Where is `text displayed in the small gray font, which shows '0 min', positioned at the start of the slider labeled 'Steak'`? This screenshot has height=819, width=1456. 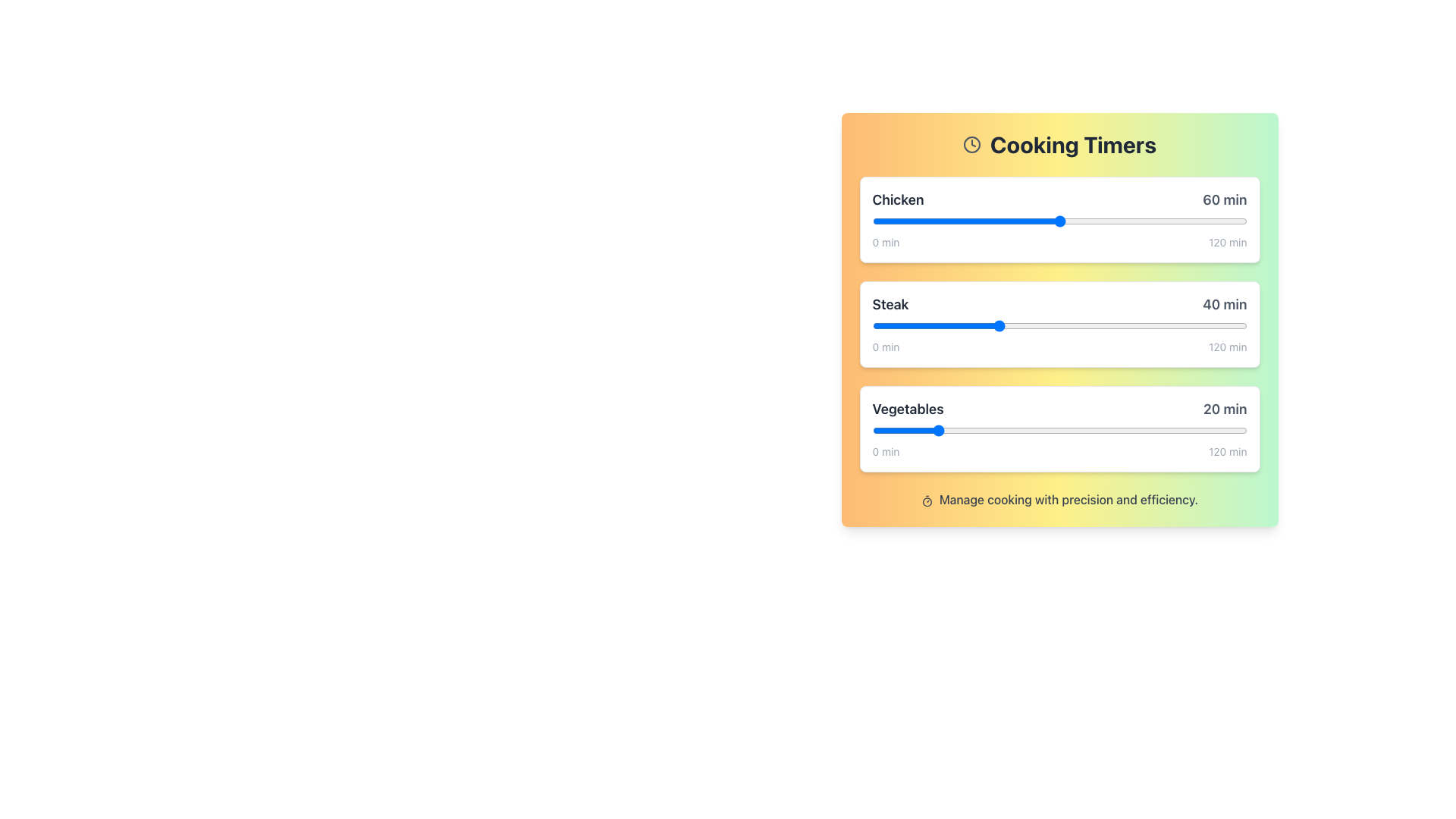 text displayed in the small gray font, which shows '0 min', positioned at the start of the slider labeled 'Steak' is located at coordinates (886, 347).